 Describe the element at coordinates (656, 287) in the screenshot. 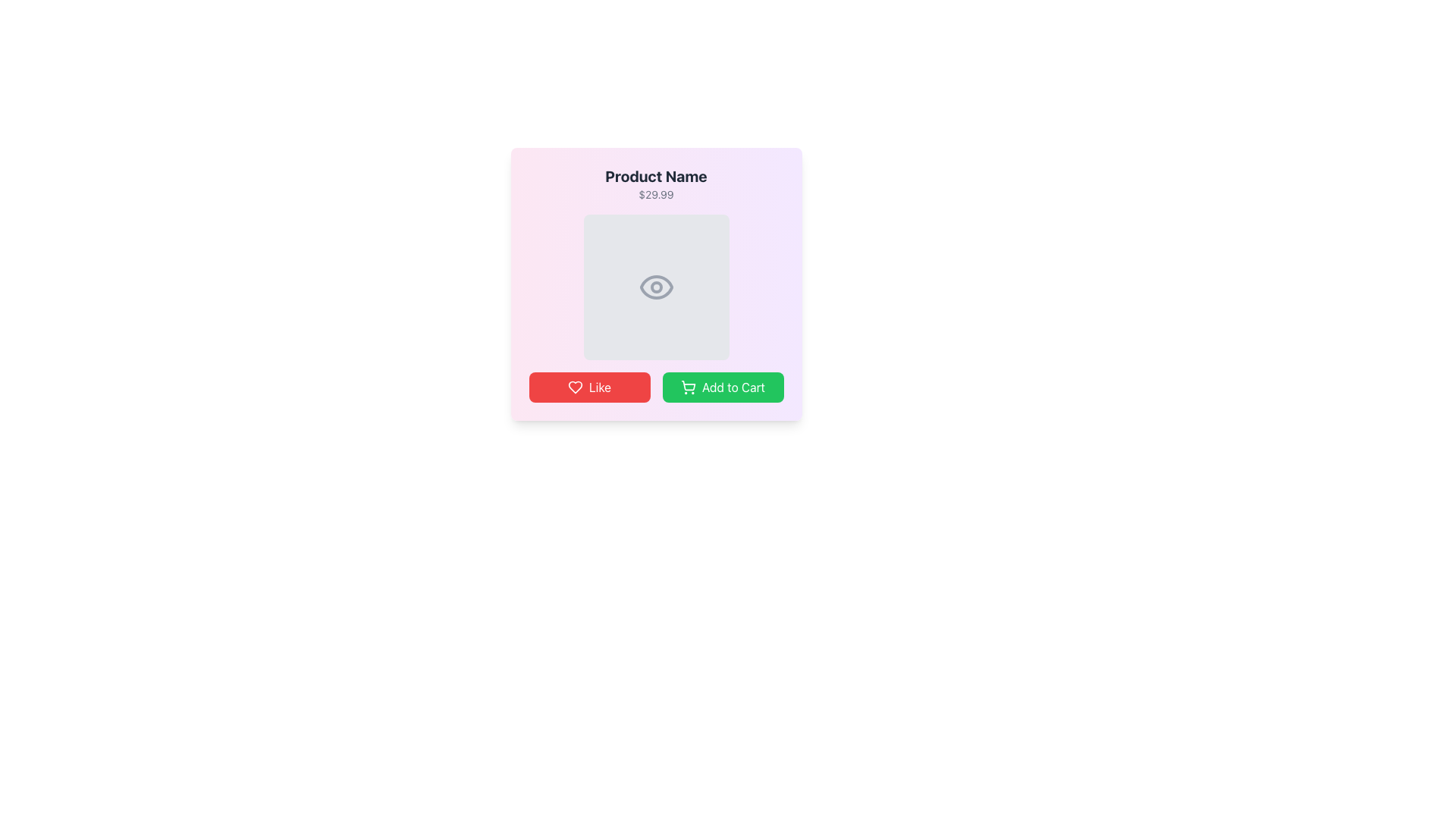

I see `the eye icon` at that location.